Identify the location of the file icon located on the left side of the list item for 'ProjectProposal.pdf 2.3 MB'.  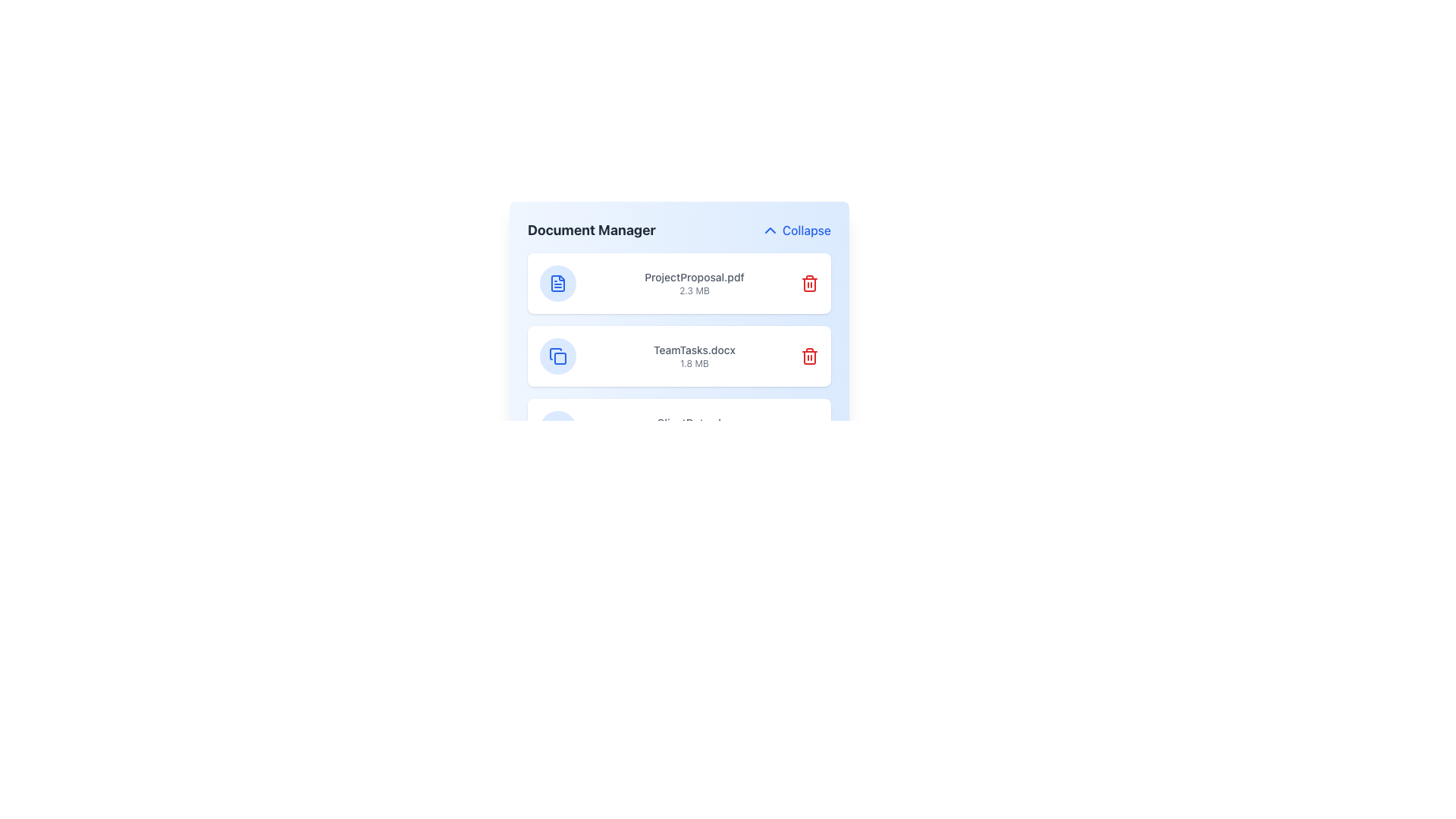
(557, 284).